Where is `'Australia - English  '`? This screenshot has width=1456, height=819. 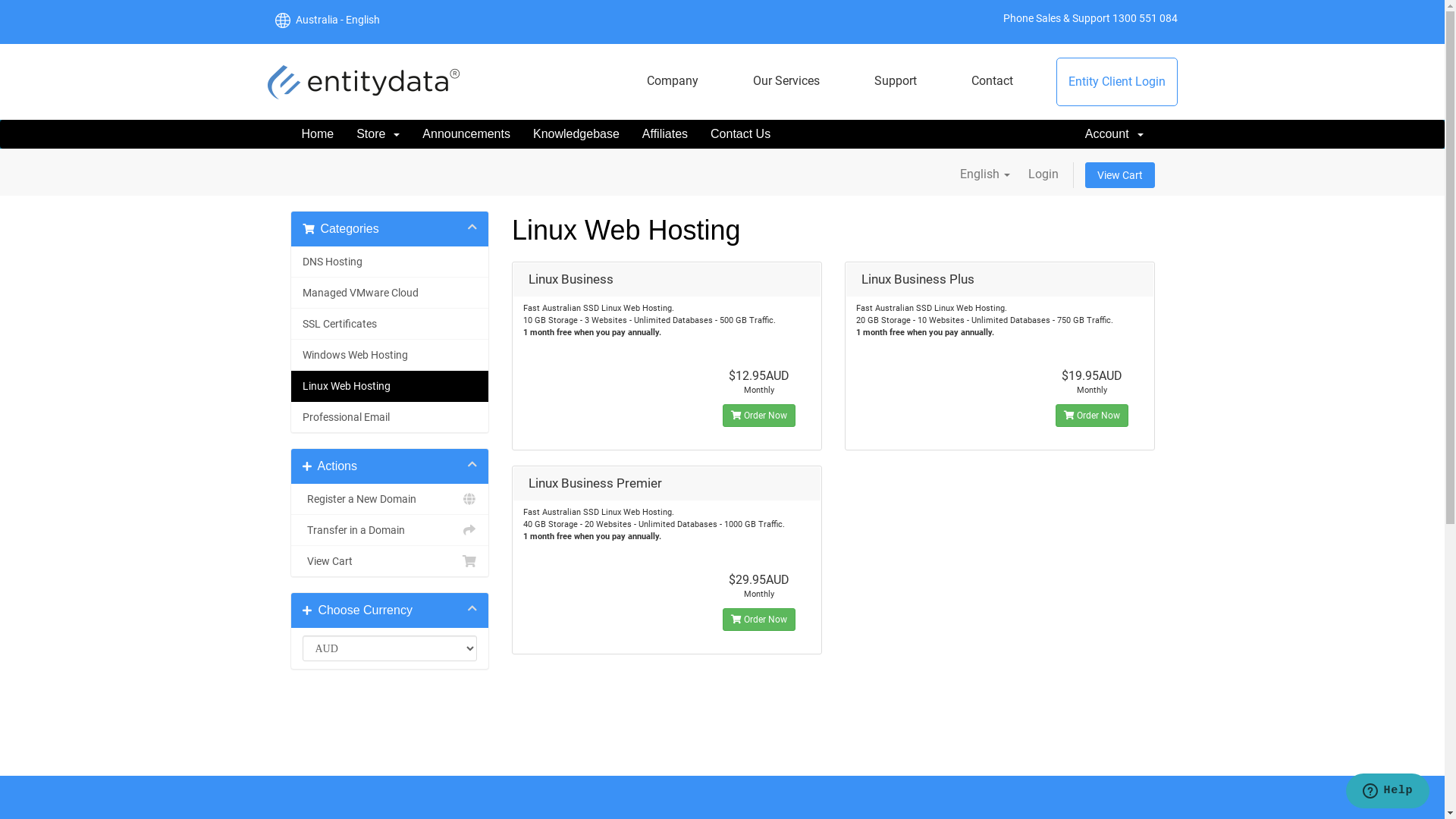
'Australia - English  ' is located at coordinates (334, 20).